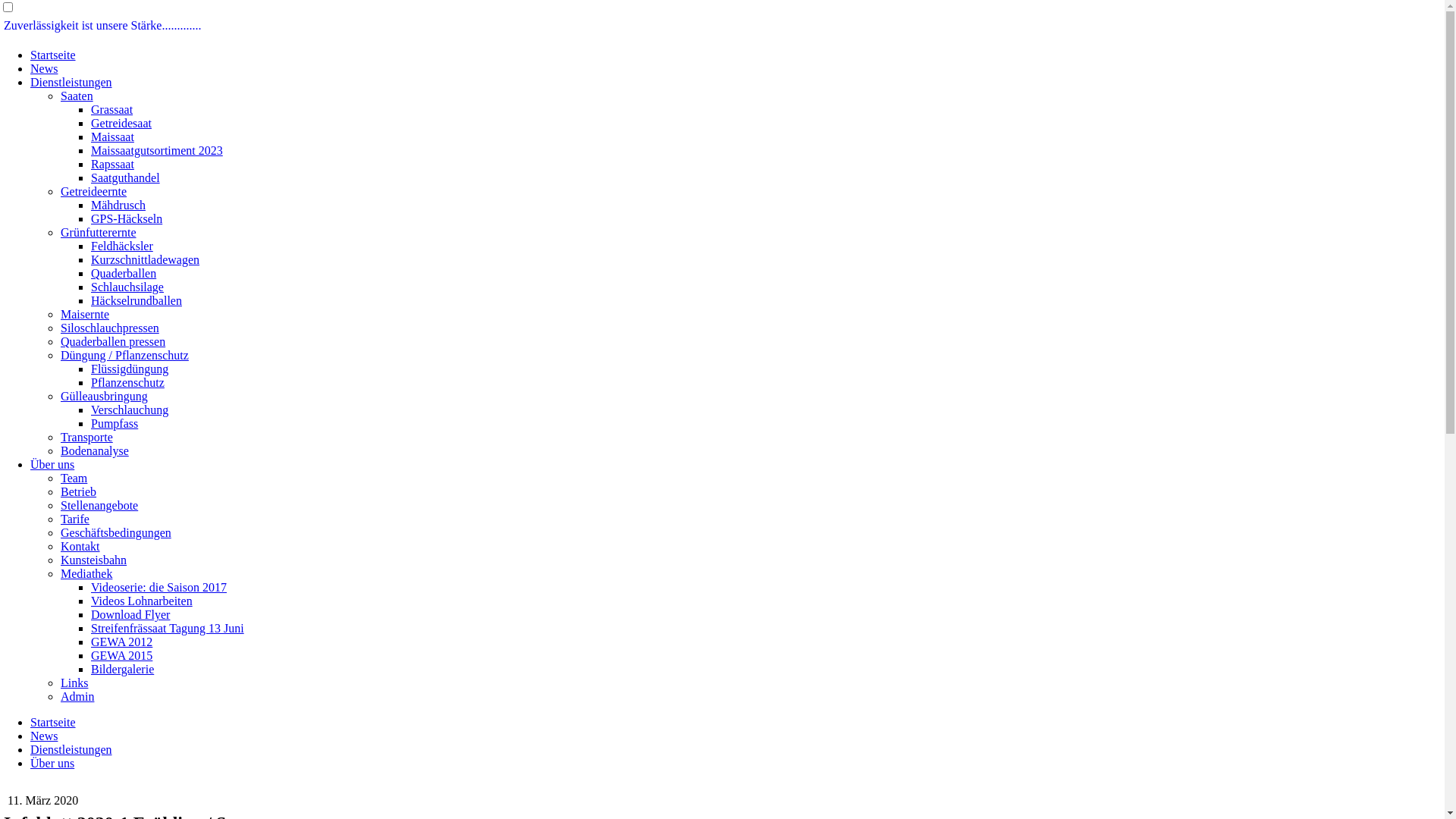  What do you see at coordinates (158, 586) in the screenshot?
I see `'Videoserie: die Saison 2017'` at bounding box center [158, 586].